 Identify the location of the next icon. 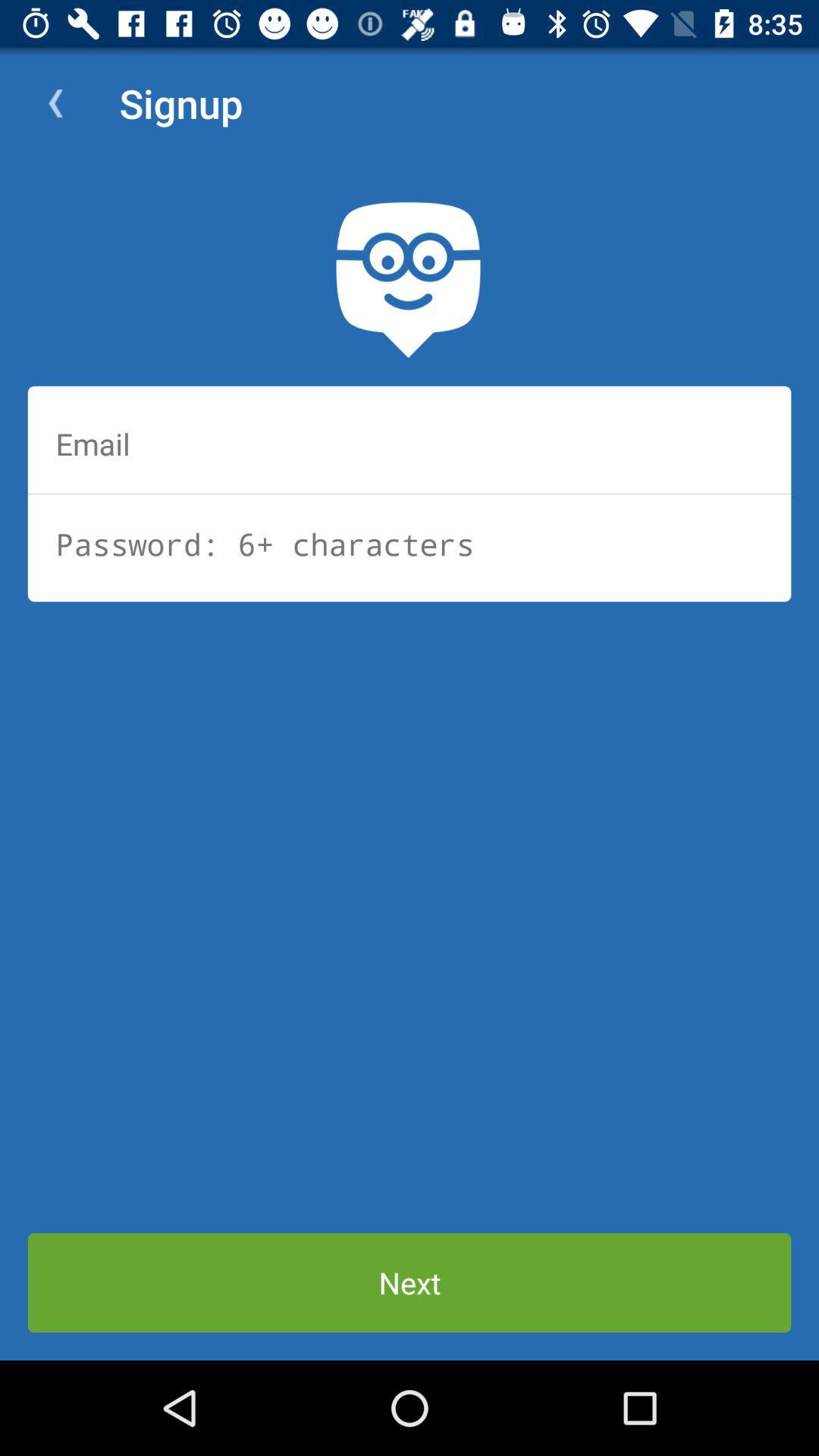
(409, 1282).